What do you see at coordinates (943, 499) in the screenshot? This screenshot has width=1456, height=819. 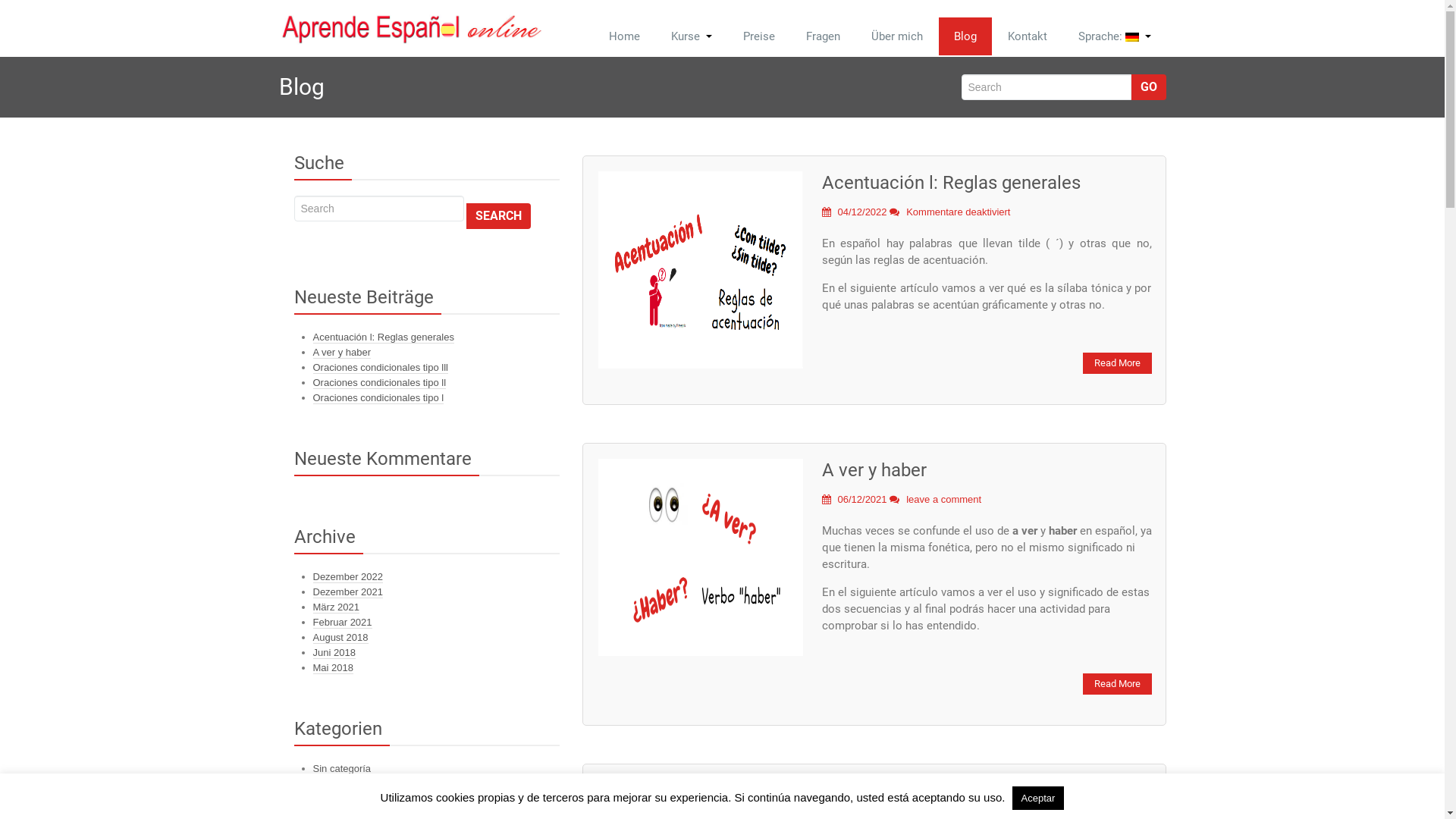 I see `'leave a comment'` at bounding box center [943, 499].